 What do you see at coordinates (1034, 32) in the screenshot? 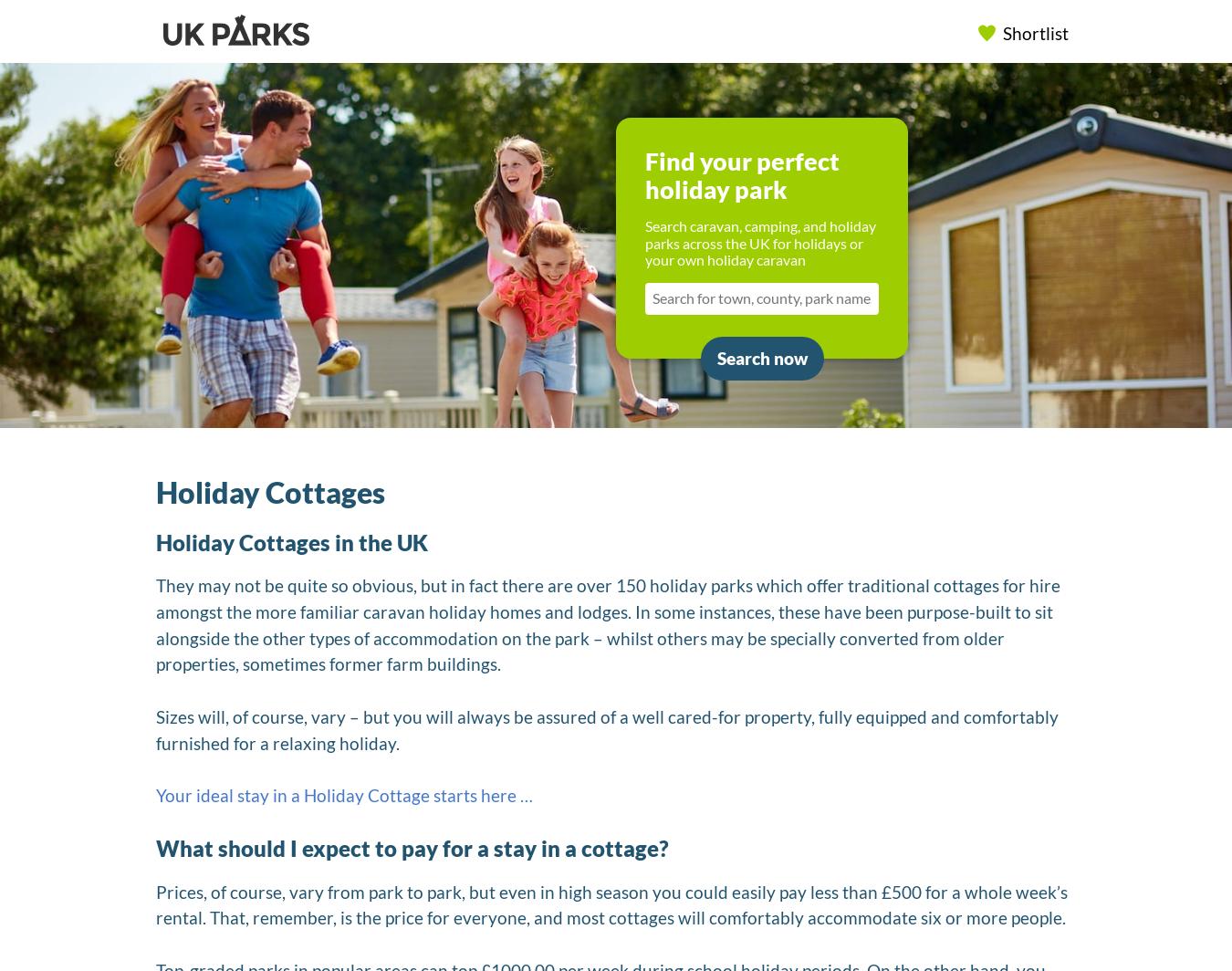
I see `'Shortlist'` at bounding box center [1034, 32].